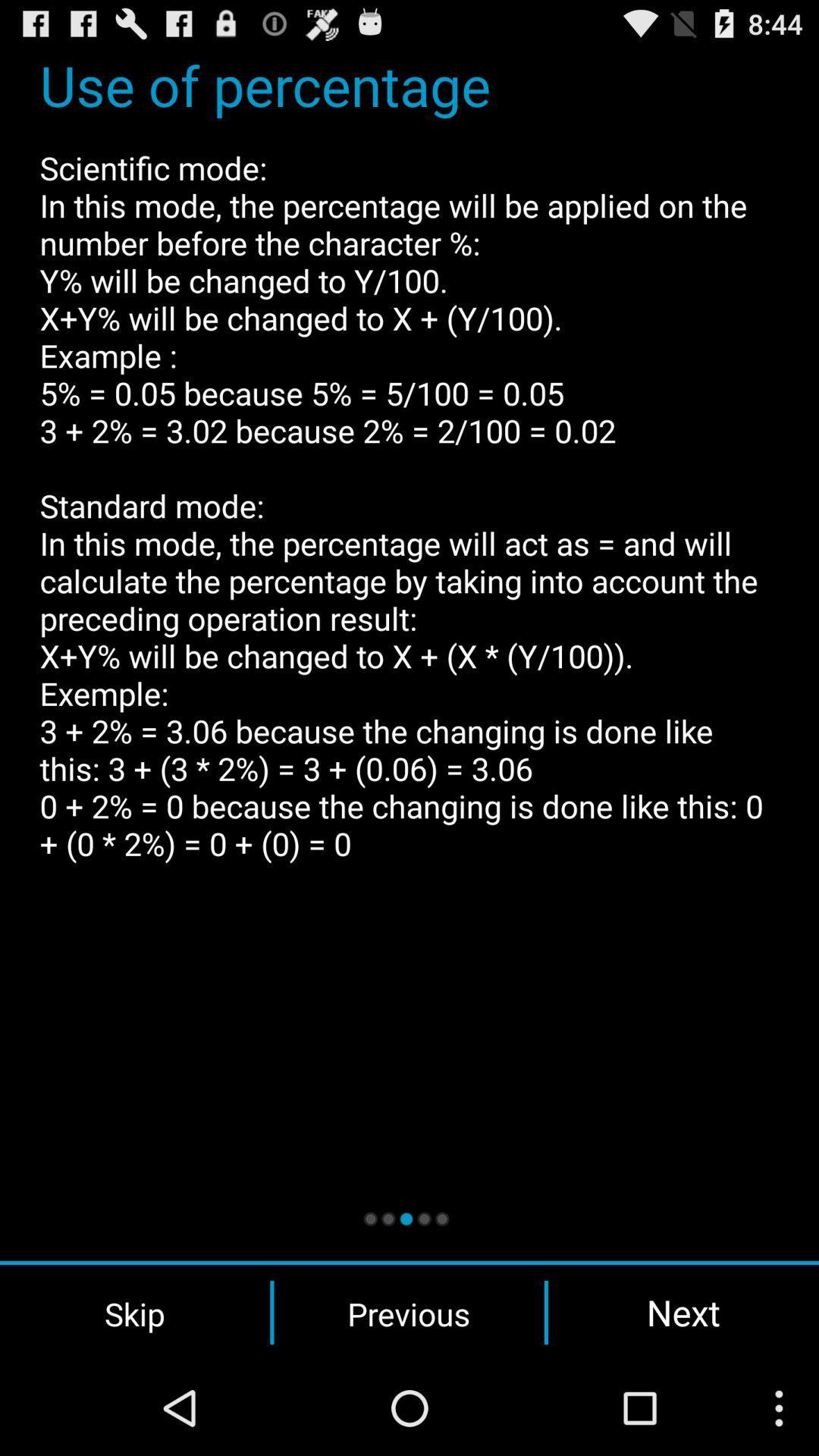 Image resolution: width=819 pixels, height=1456 pixels. What do you see at coordinates (683, 1312) in the screenshot?
I see `next button` at bounding box center [683, 1312].